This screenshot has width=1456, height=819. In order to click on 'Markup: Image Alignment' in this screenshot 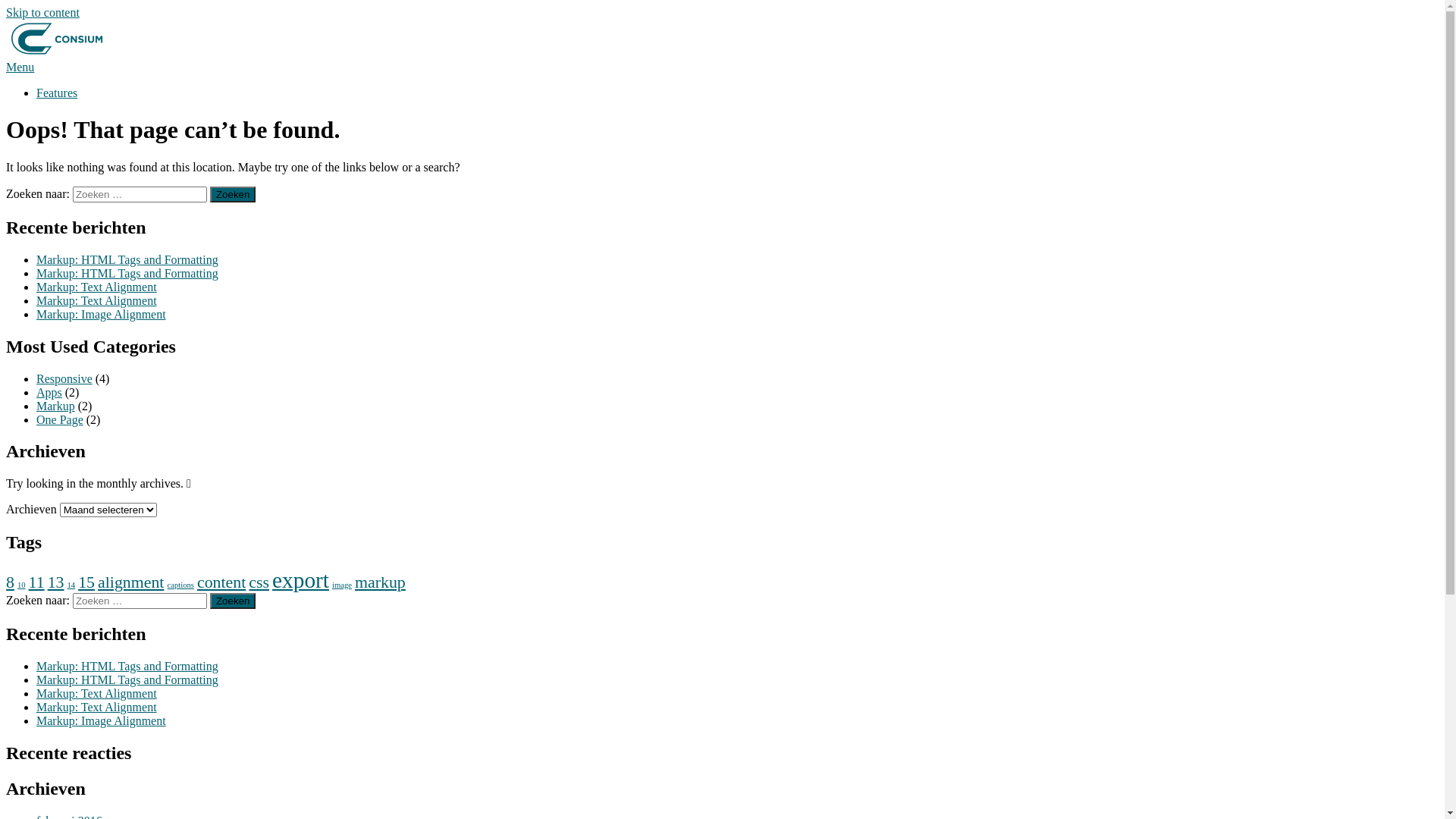, I will do `click(100, 313)`.